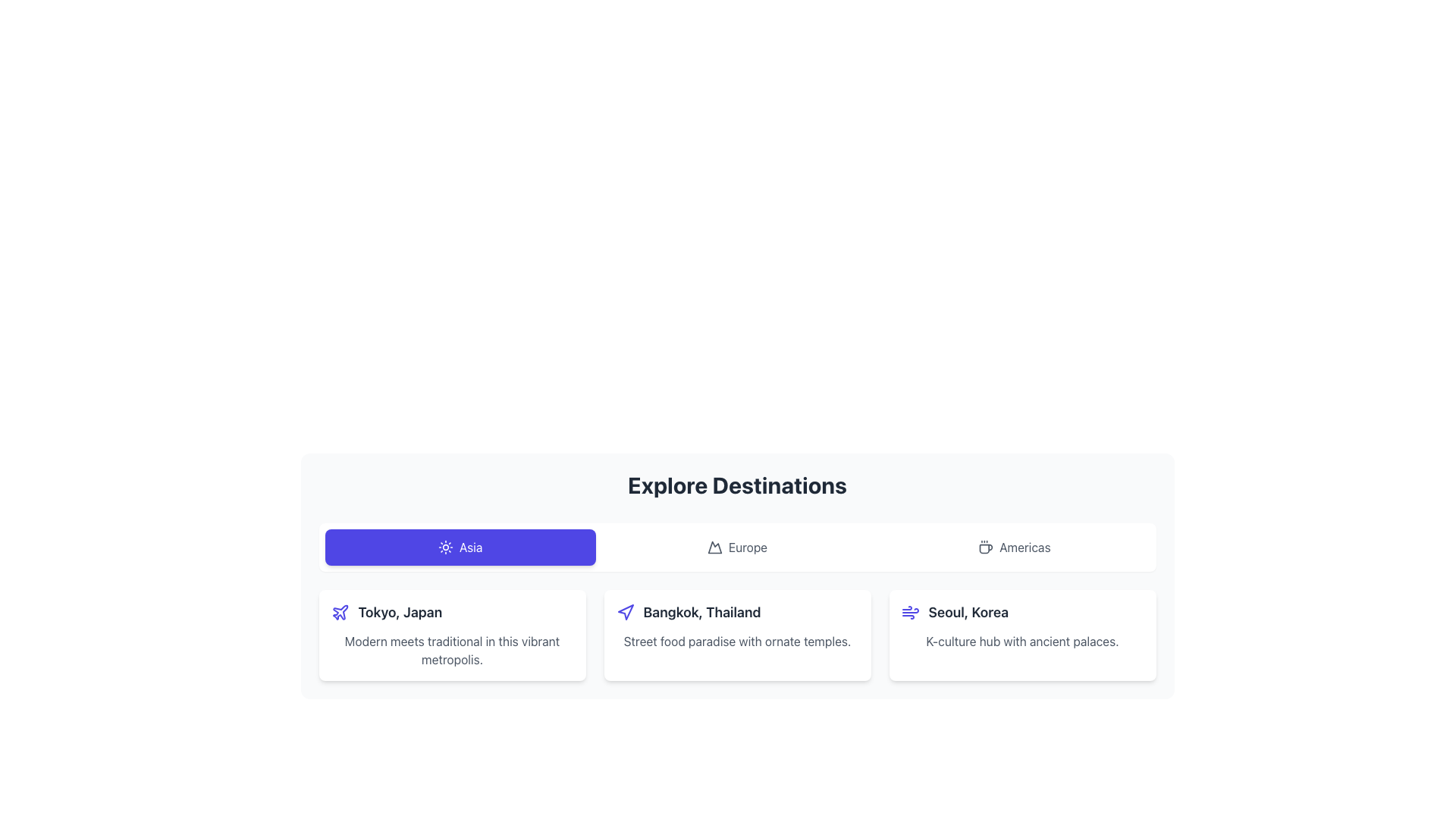 This screenshot has height=819, width=1456. I want to click on the text label displaying 'Americas' on the rightmost segment of the navigation bar, so click(1025, 547).